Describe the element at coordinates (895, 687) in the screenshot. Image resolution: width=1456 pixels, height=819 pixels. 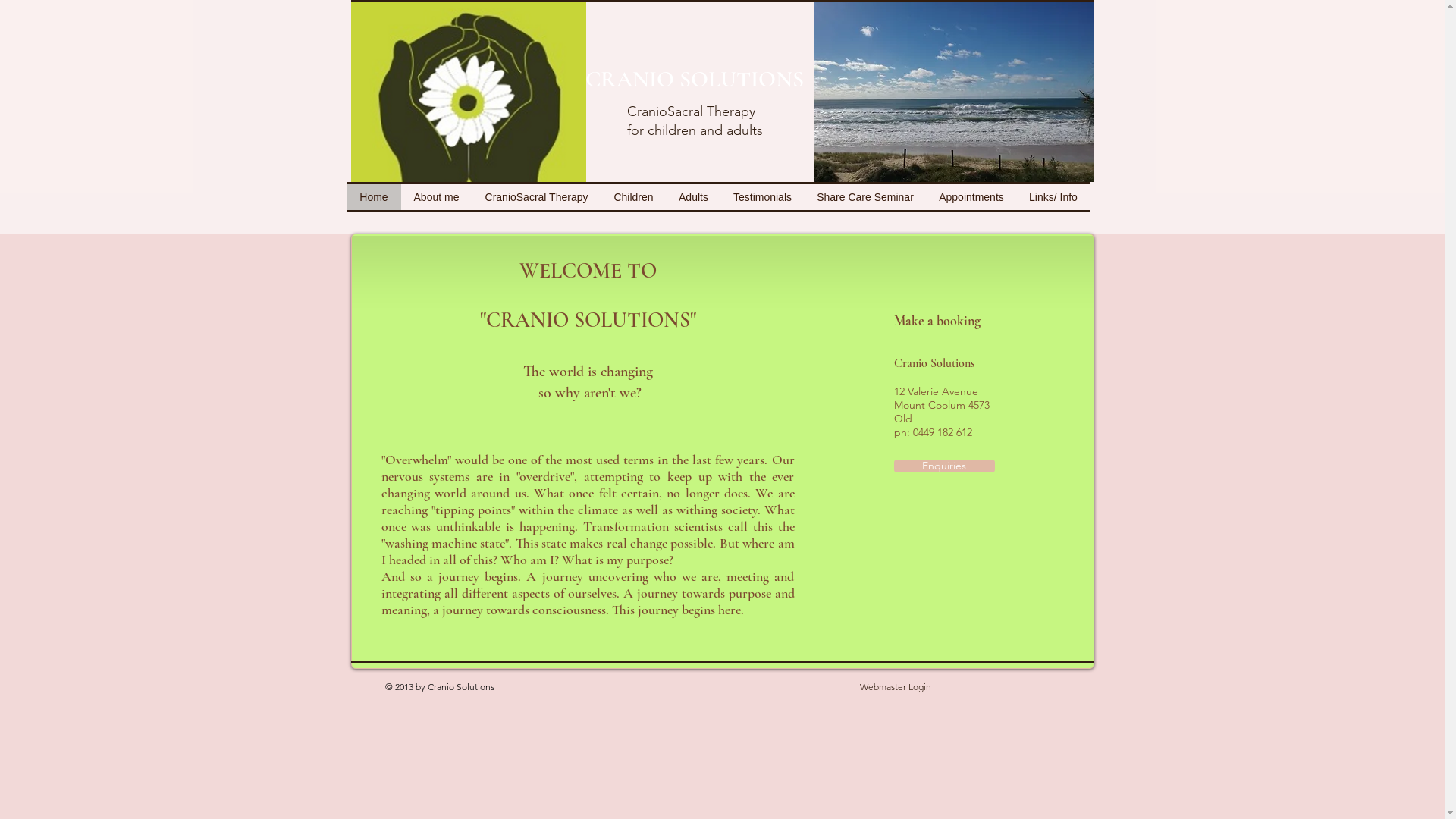
I see `'Webmaster Login'` at that location.